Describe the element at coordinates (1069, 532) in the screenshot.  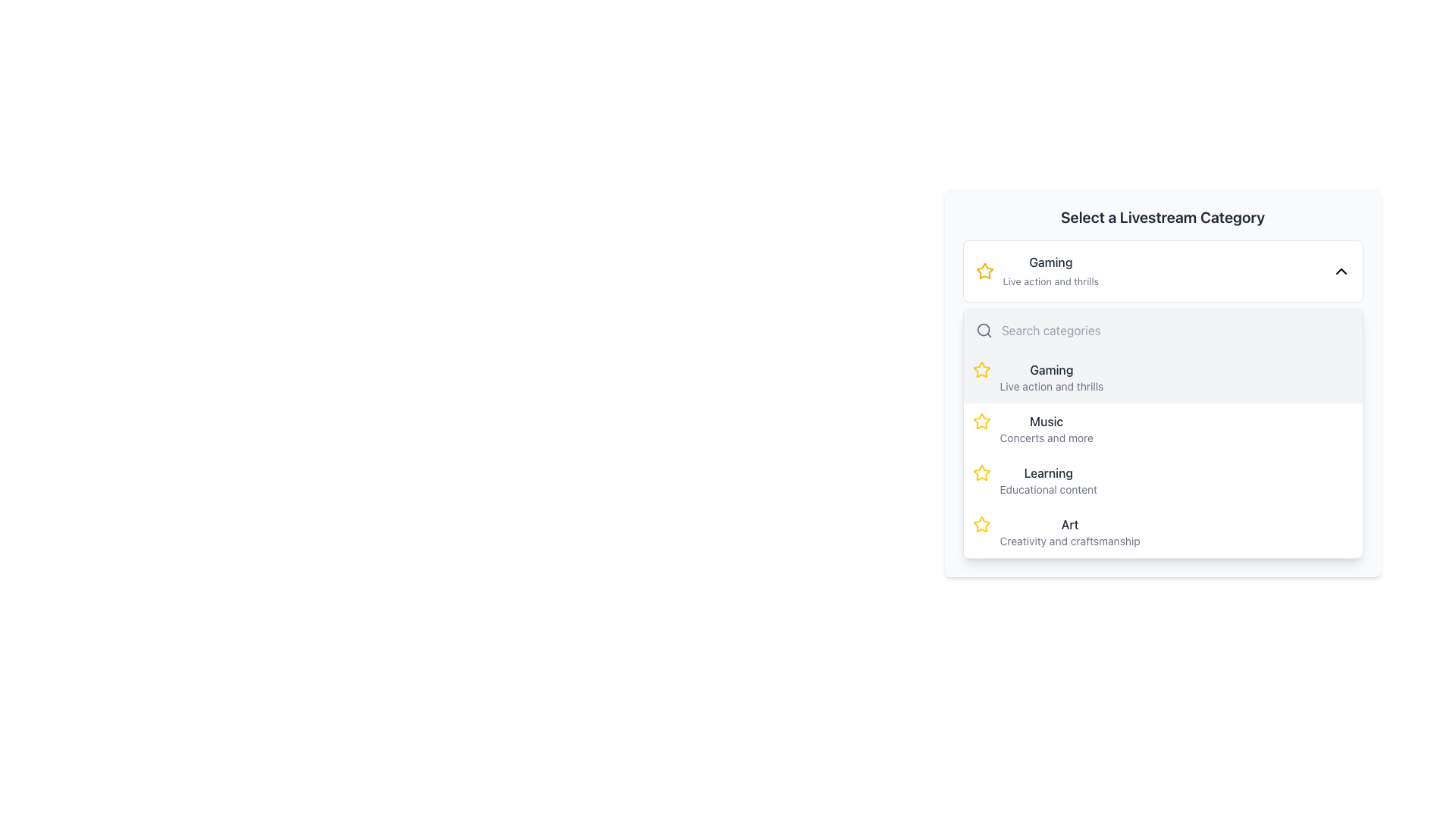
I see `the 'Art' text display, which features the bold 'Art' in dark gray and the smaller 'Creativity and craftsmanship' below it` at that location.